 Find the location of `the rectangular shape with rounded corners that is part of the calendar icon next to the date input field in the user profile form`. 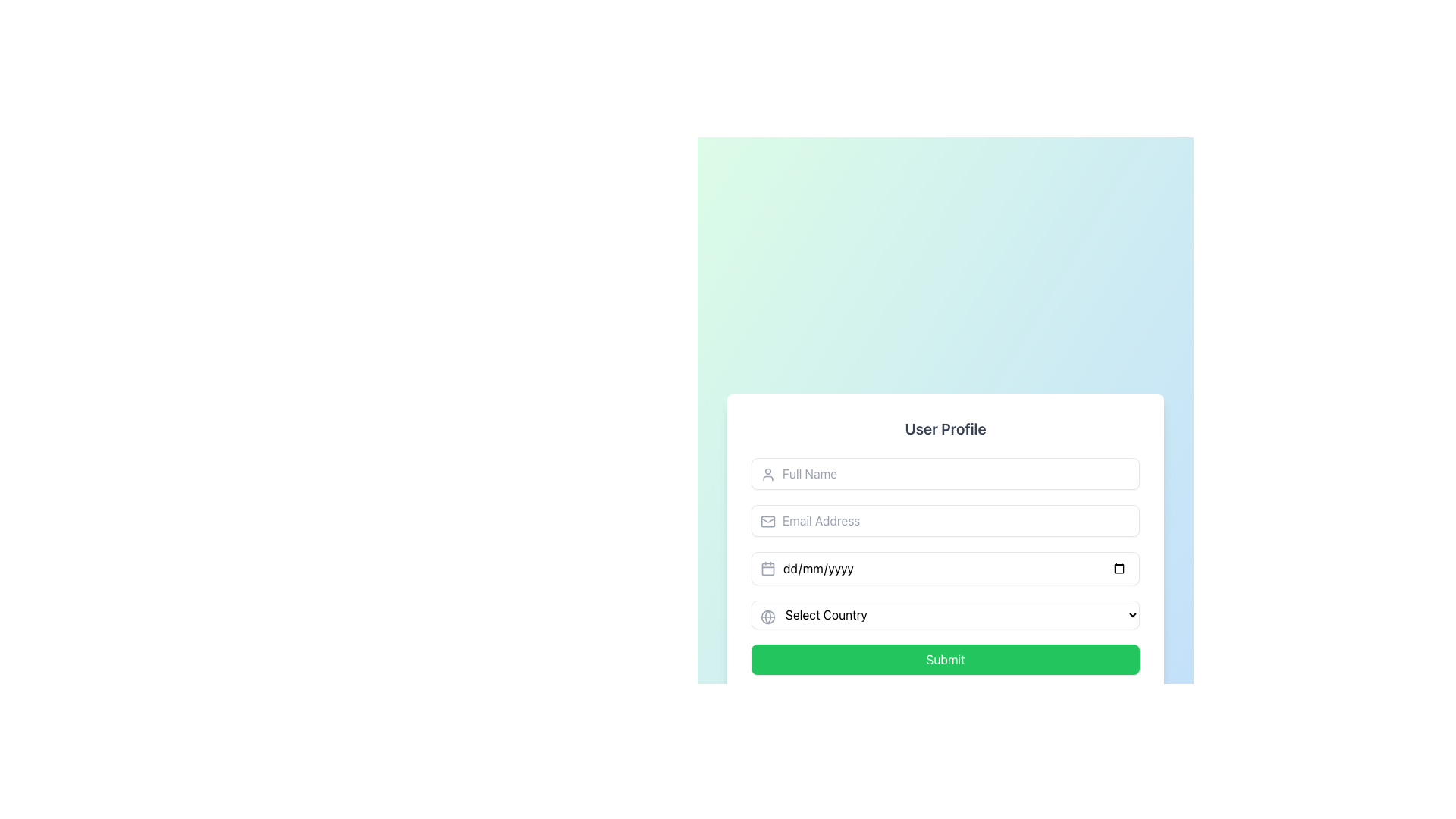

the rectangular shape with rounded corners that is part of the calendar icon next to the date input field in the user profile form is located at coordinates (767, 568).